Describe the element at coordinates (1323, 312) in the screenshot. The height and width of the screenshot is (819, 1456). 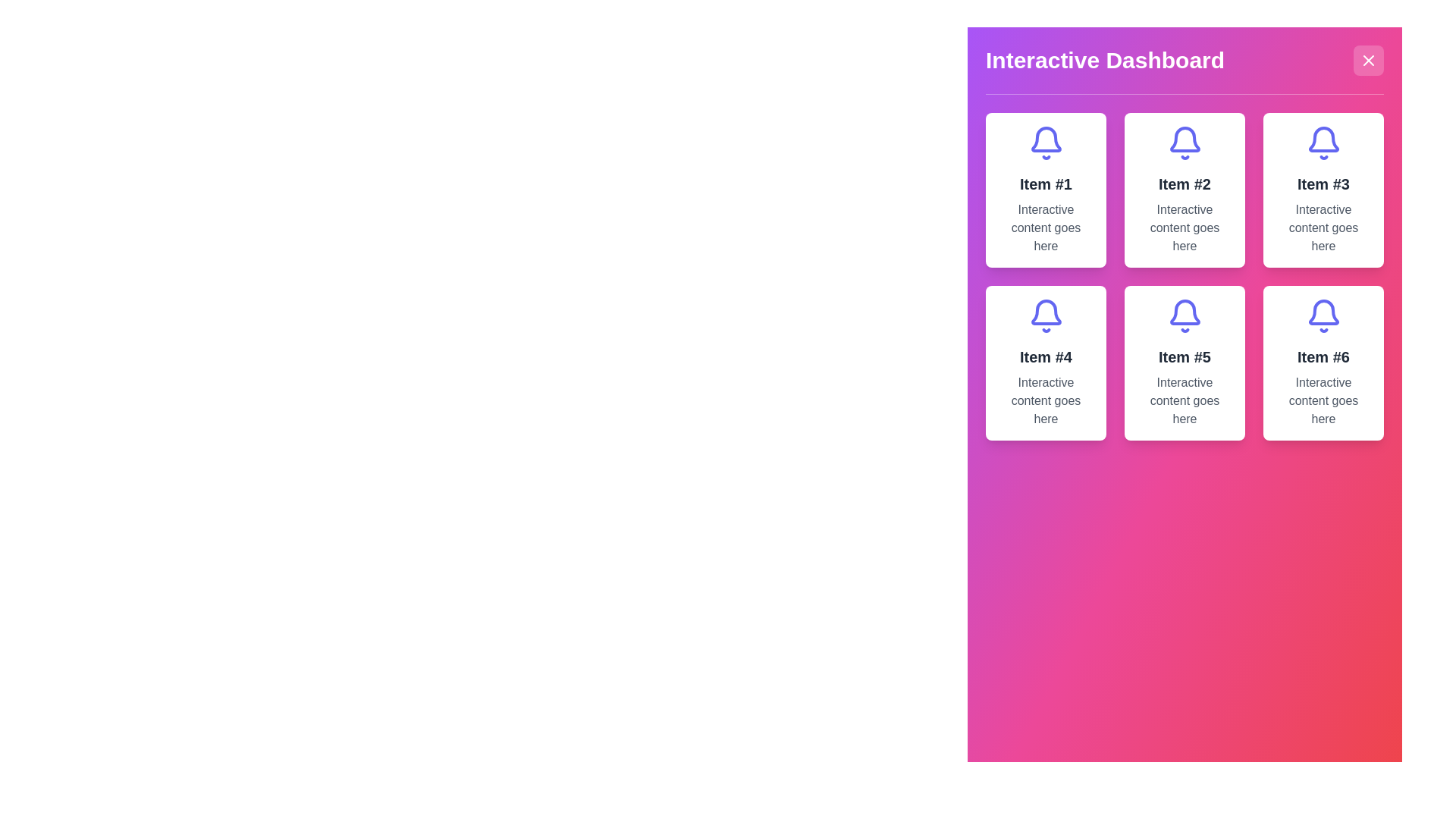
I see `the bell icon at the top-center of the sixth card in the grid` at that location.